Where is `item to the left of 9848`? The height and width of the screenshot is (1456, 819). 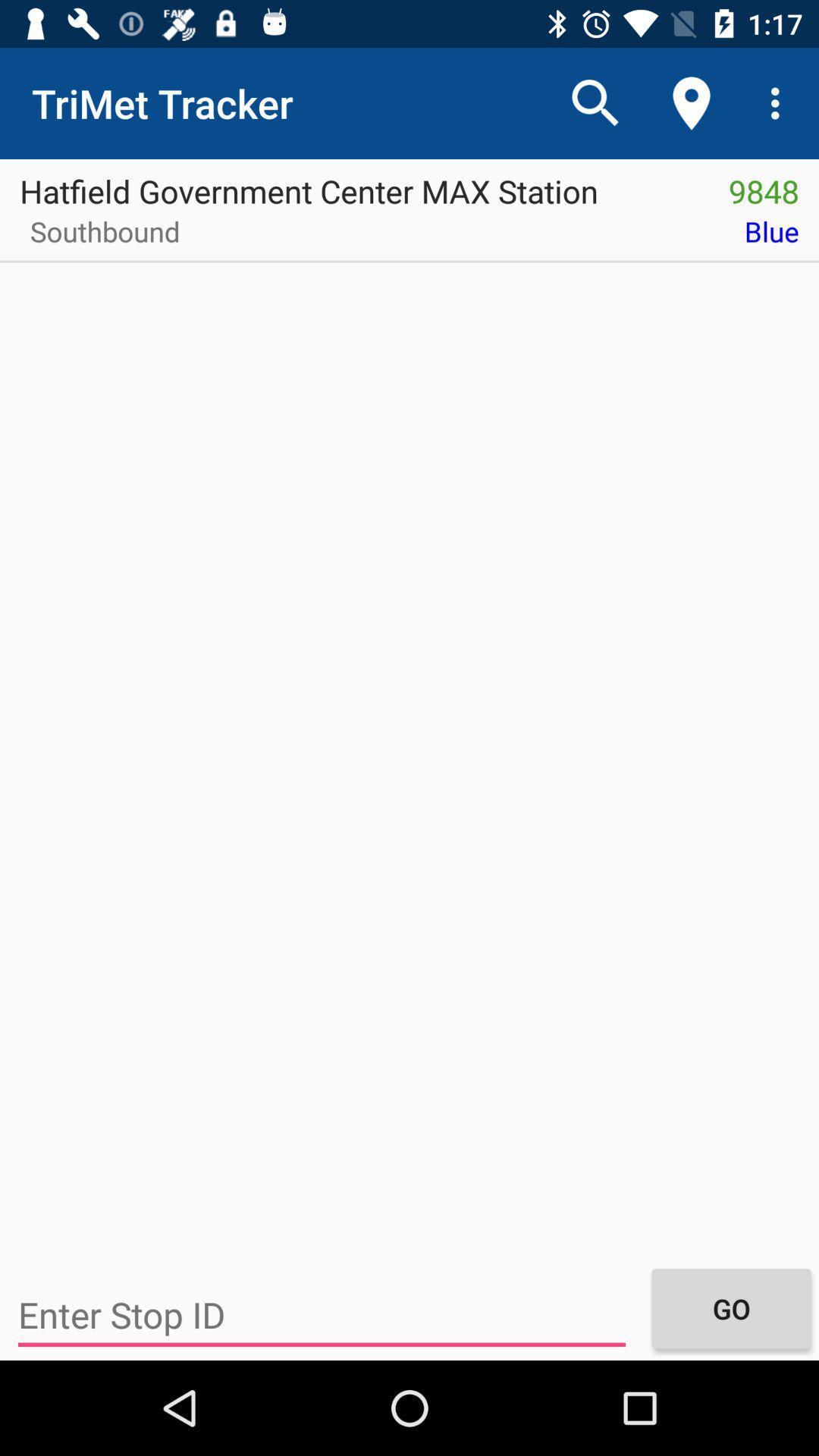 item to the left of 9848 is located at coordinates (354, 185).